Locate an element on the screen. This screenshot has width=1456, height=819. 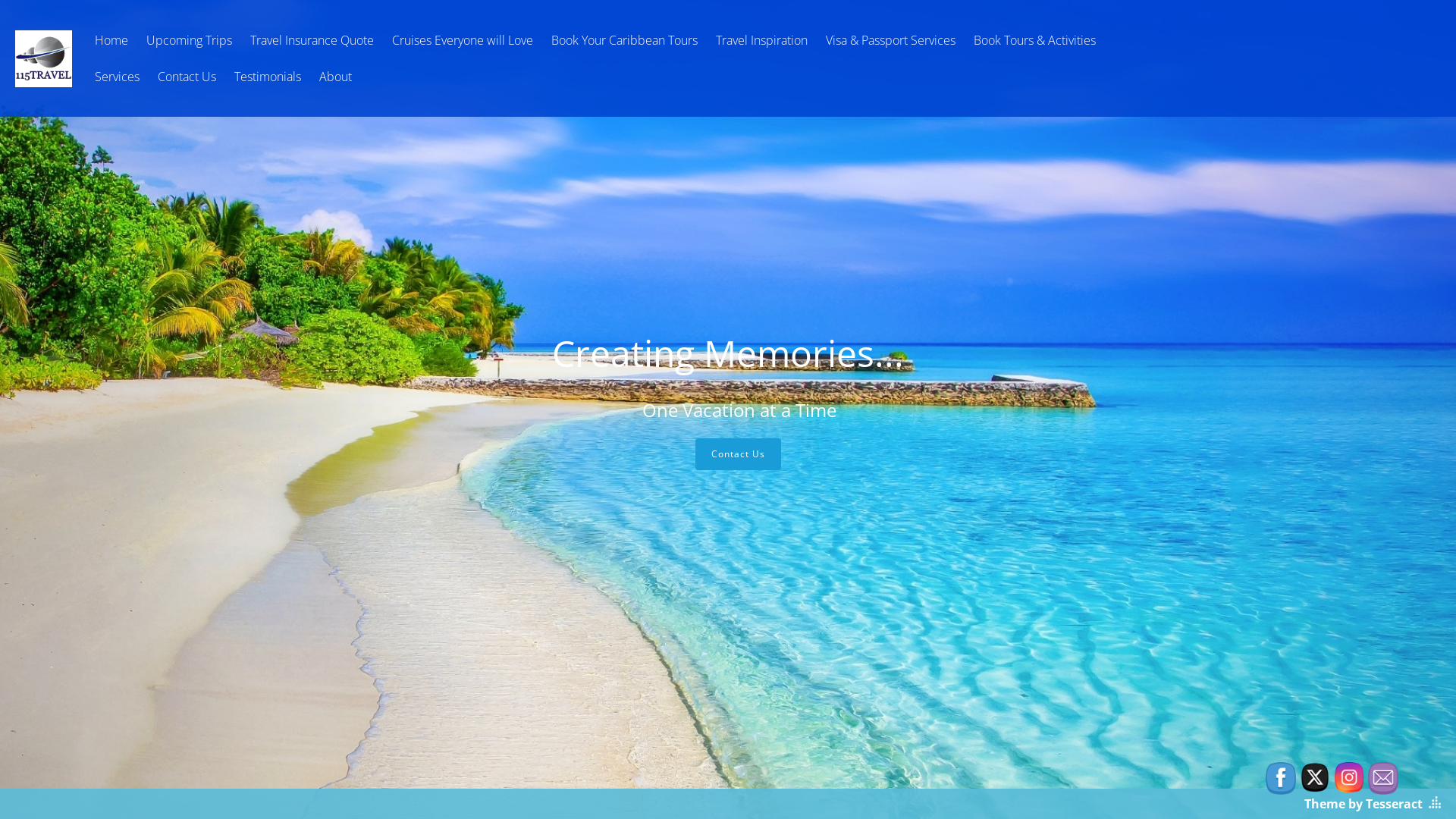
'Services' is located at coordinates (86, 76).